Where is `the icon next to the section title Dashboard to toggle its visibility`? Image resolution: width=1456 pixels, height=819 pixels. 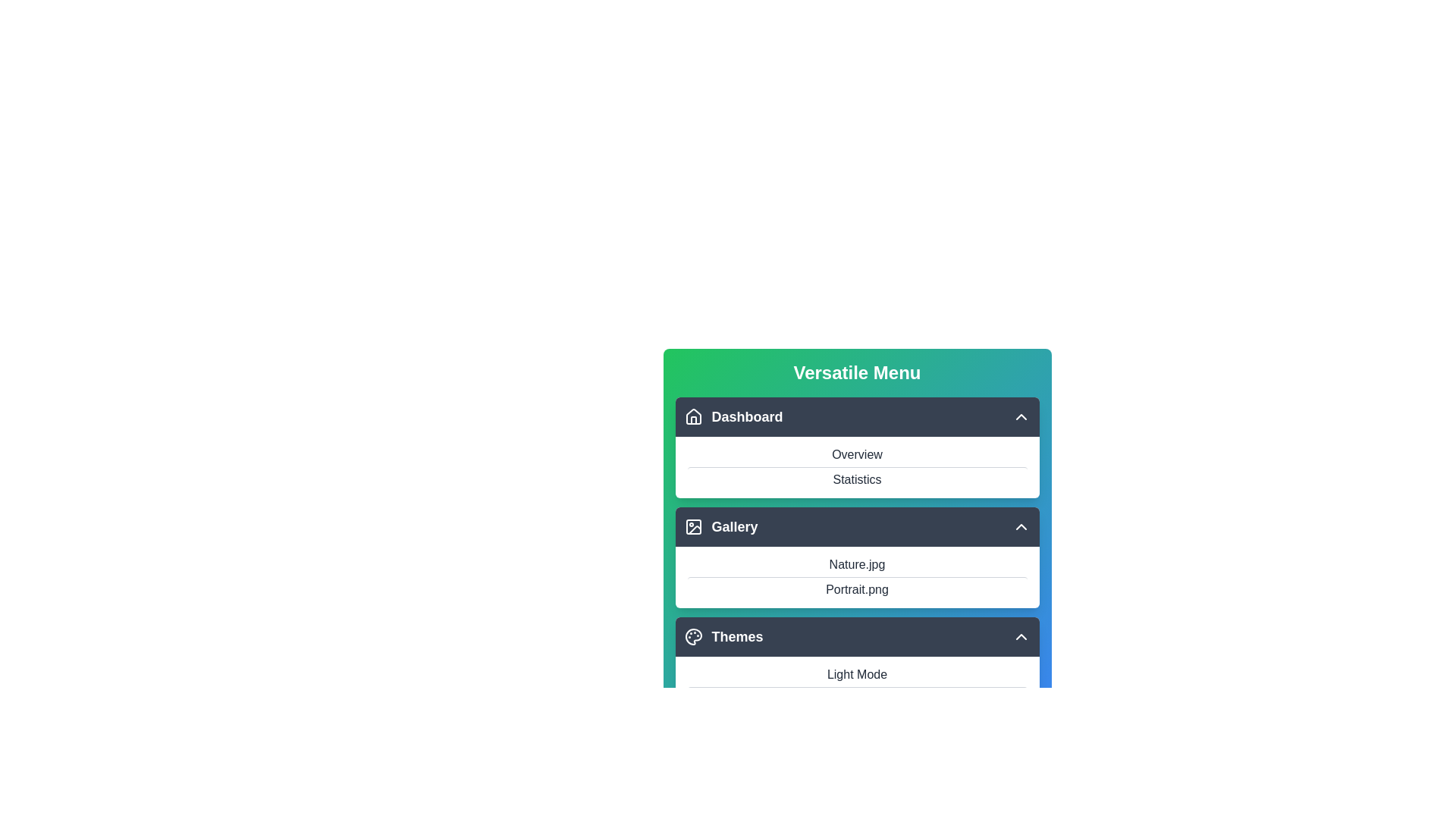
the icon next to the section title Dashboard to toggle its visibility is located at coordinates (692, 417).